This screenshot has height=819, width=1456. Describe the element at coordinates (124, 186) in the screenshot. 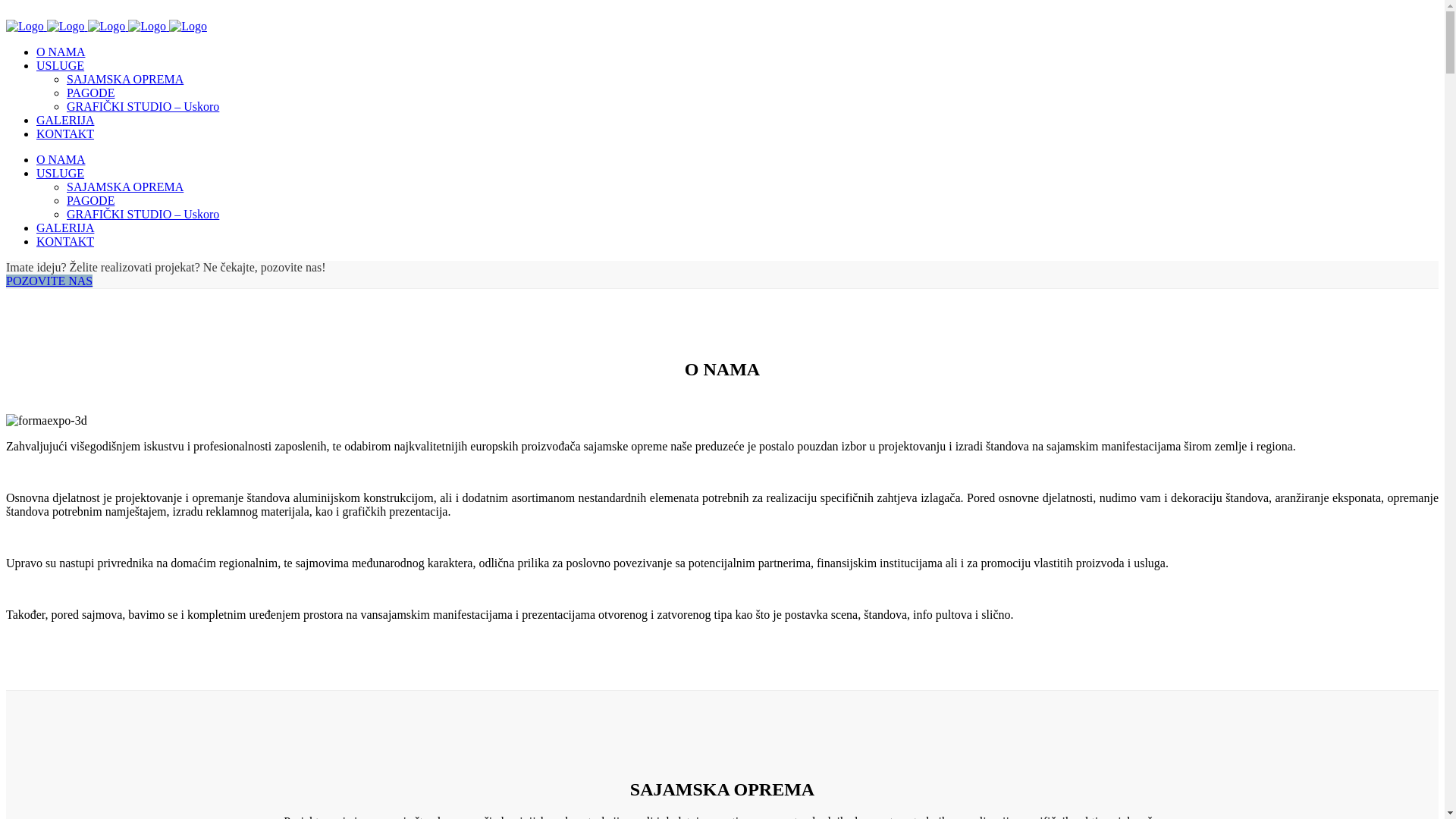

I see `'SAJAMSKA OPREMA'` at that location.